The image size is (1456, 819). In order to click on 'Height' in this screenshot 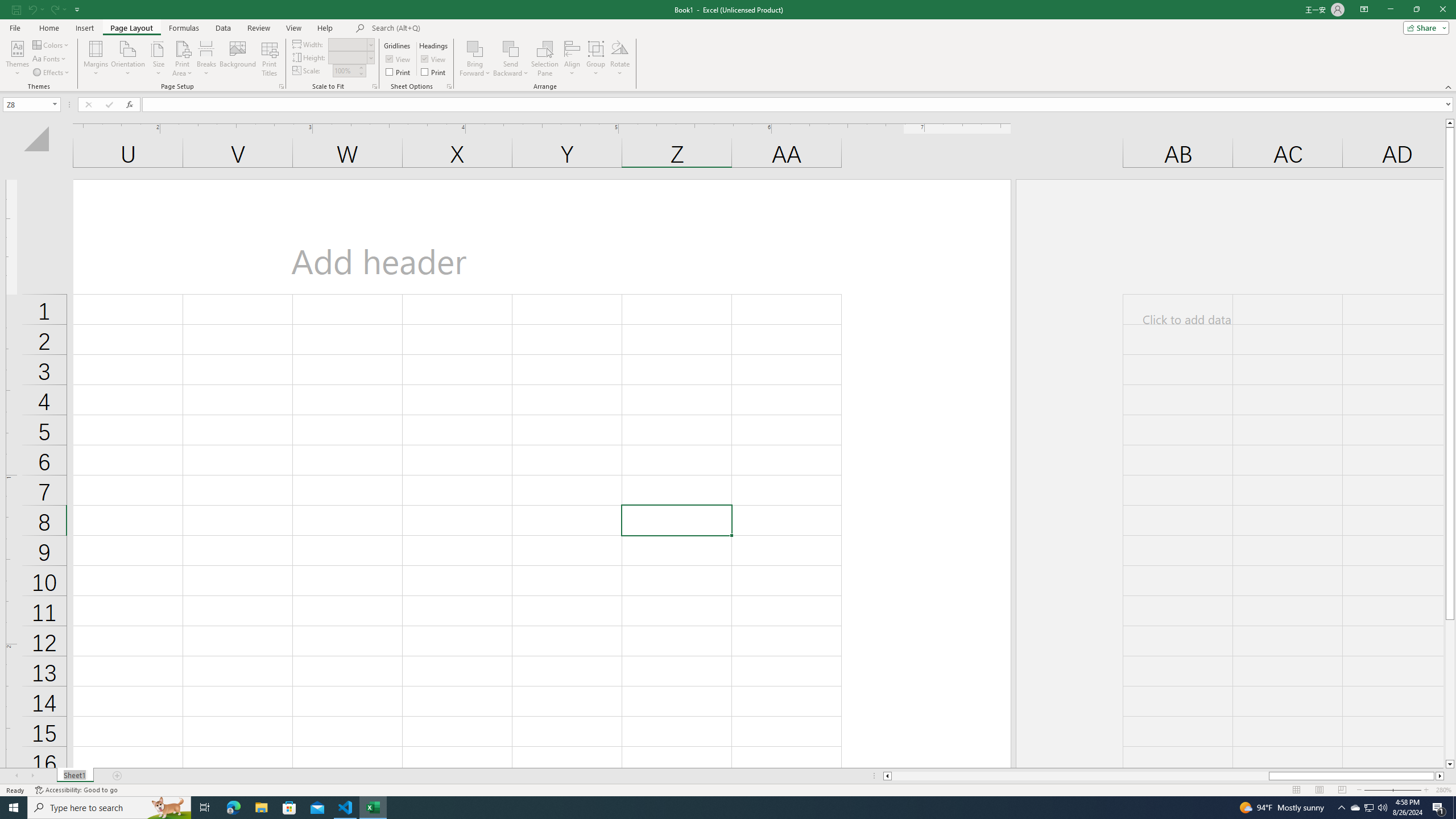, I will do `click(350, 56)`.